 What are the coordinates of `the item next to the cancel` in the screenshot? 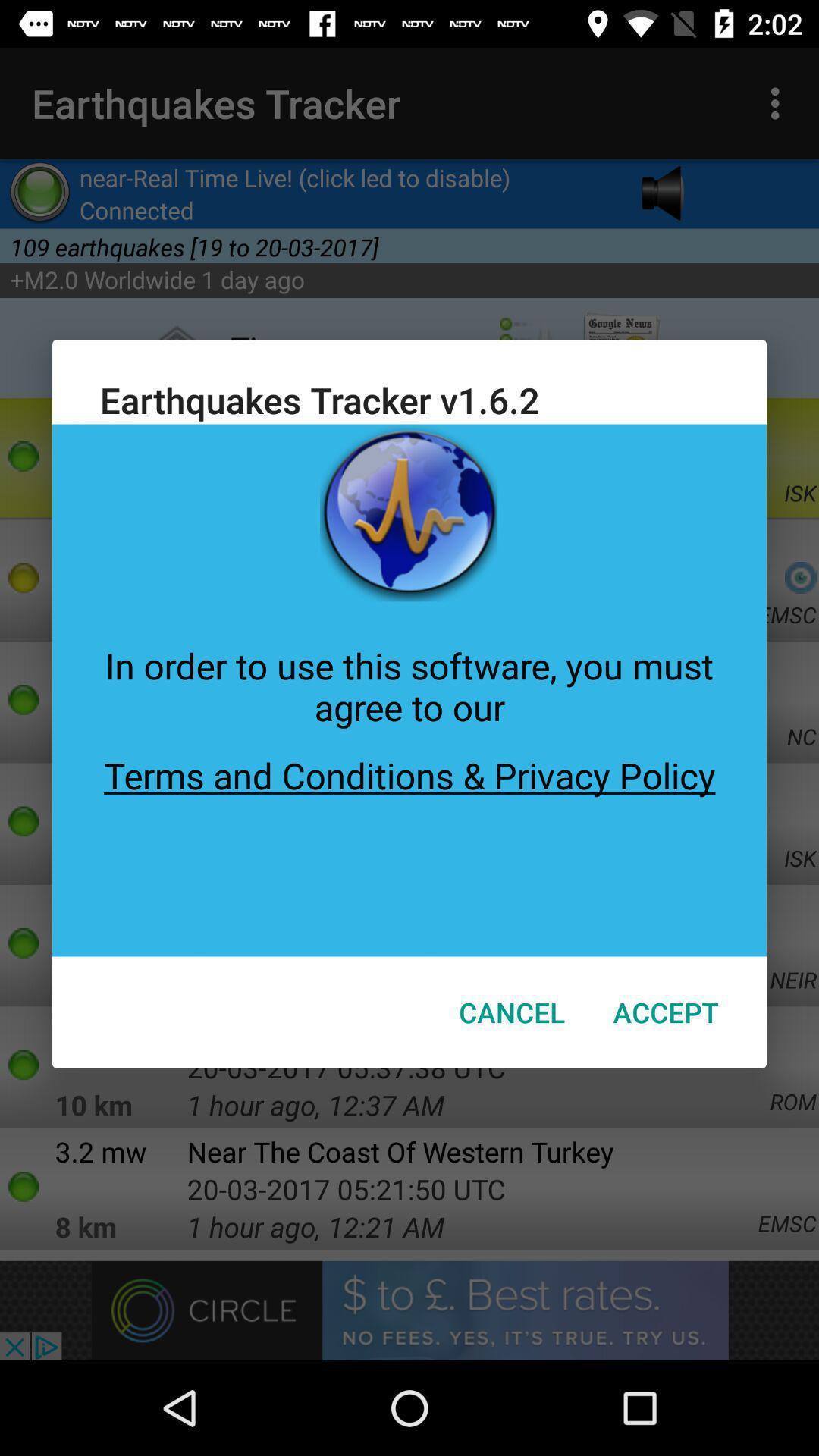 It's located at (665, 1012).